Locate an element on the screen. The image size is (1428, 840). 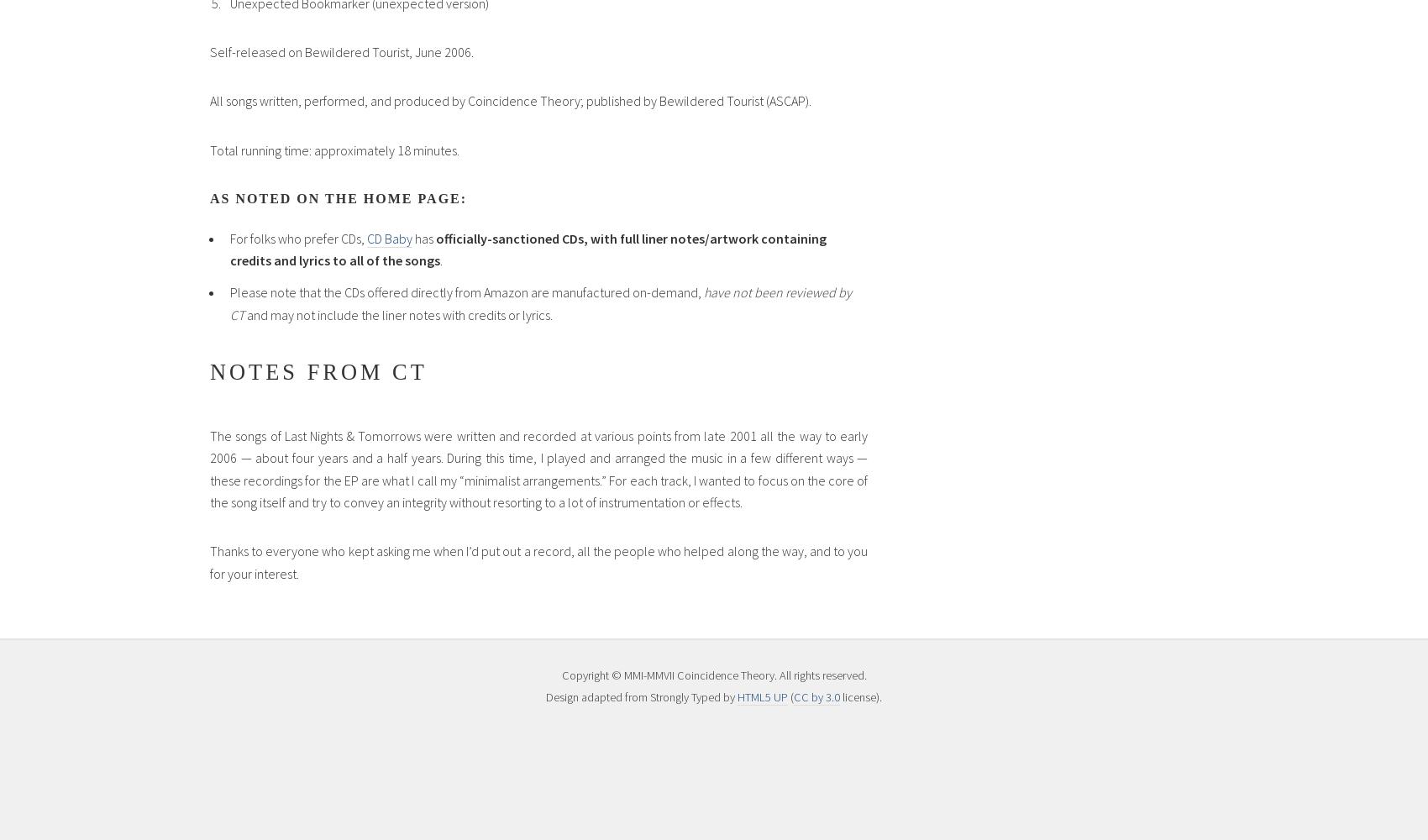
'The songs of' is located at coordinates (247, 435).